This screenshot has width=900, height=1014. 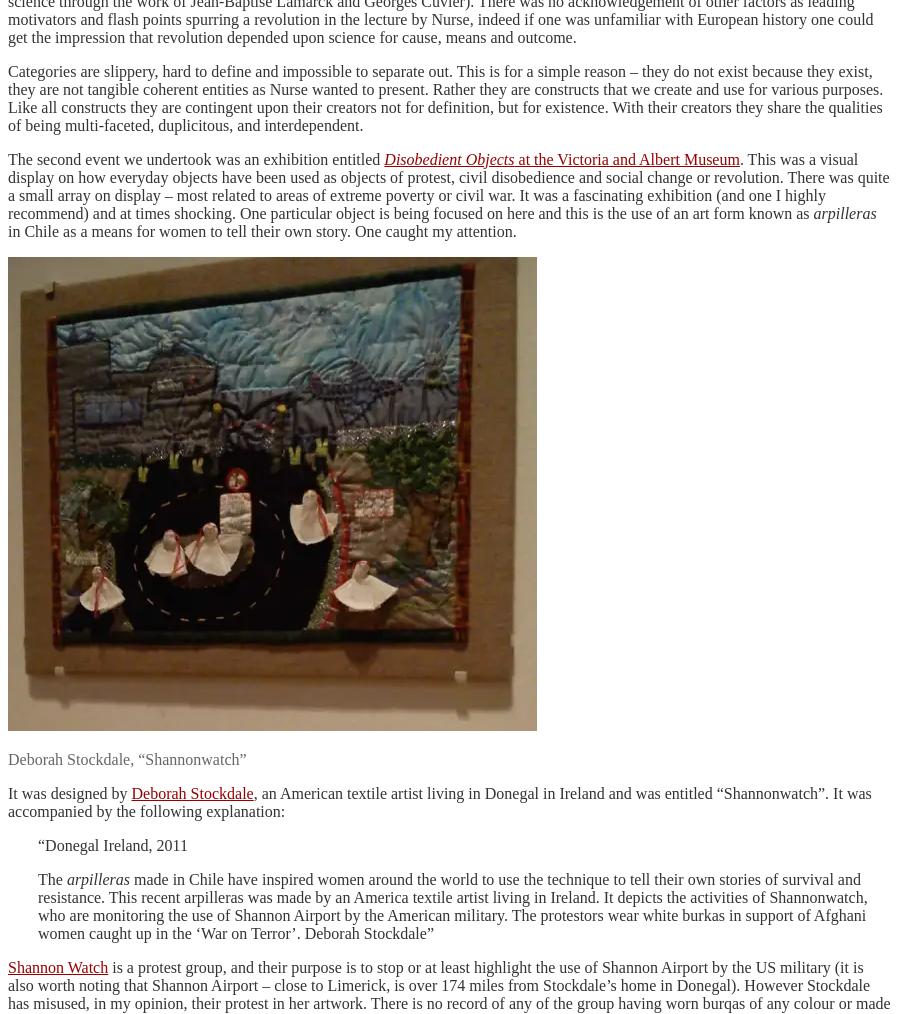 I want to click on 'Deborah Stockdale', so click(x=191, y=792).